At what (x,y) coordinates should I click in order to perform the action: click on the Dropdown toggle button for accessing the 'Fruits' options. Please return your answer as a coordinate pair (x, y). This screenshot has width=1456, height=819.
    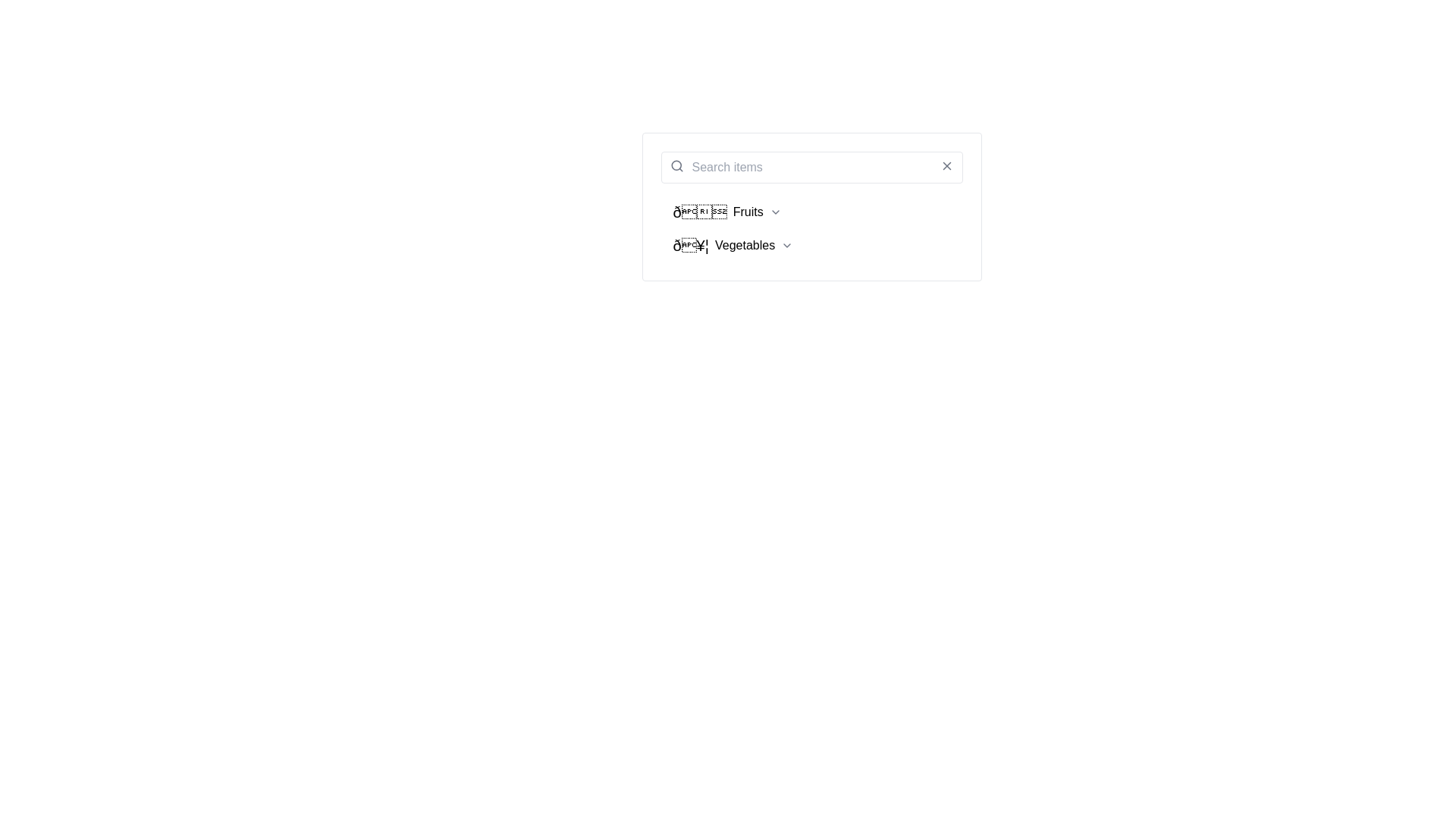
    Looking at the image, I should click on (811, 212).